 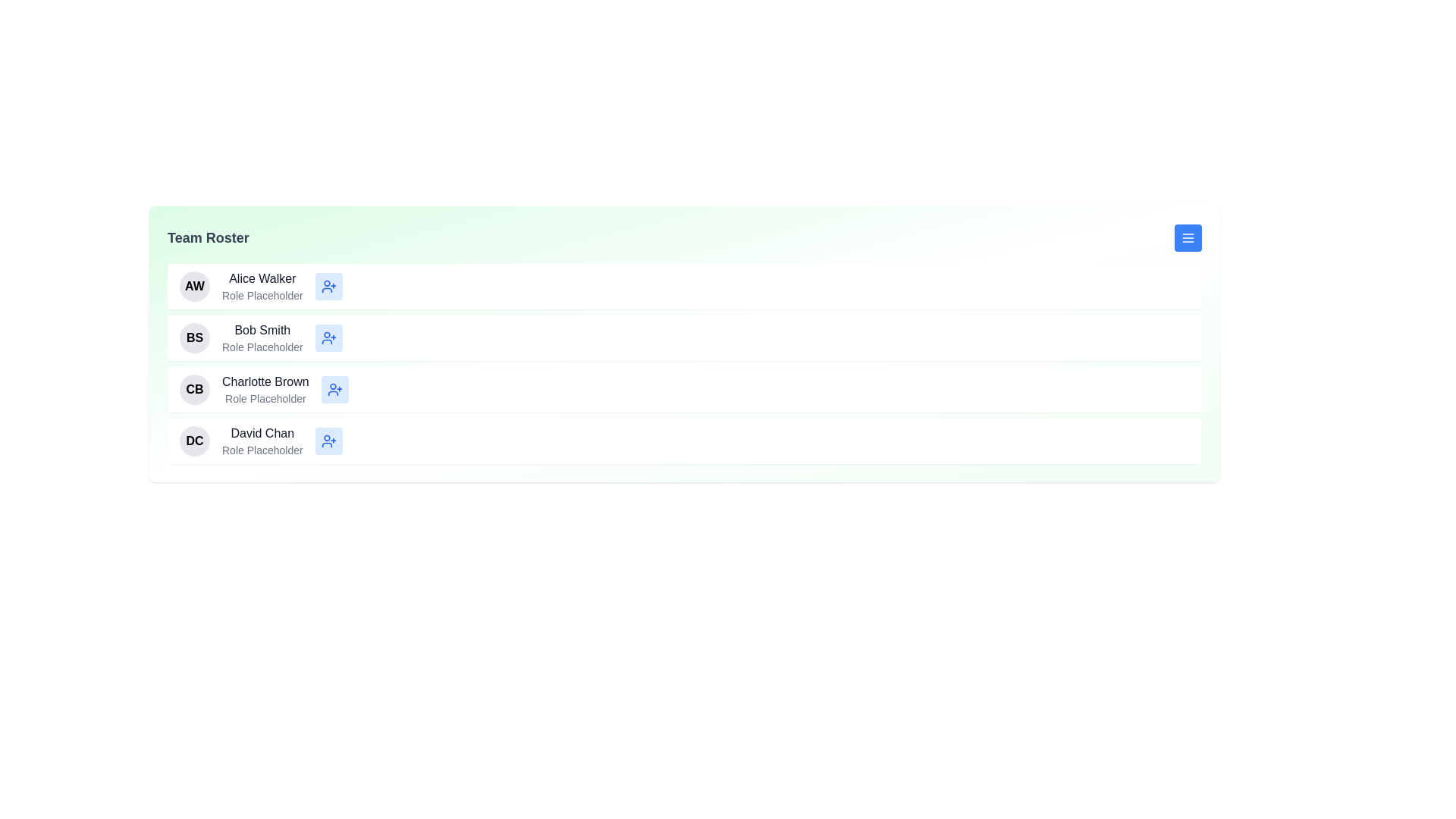 I want to click on the text label displaying 'David Chan' and 'Role Placeholder' in the fourth entry of the 'Team Roster' list, so click(x=262, y=441).